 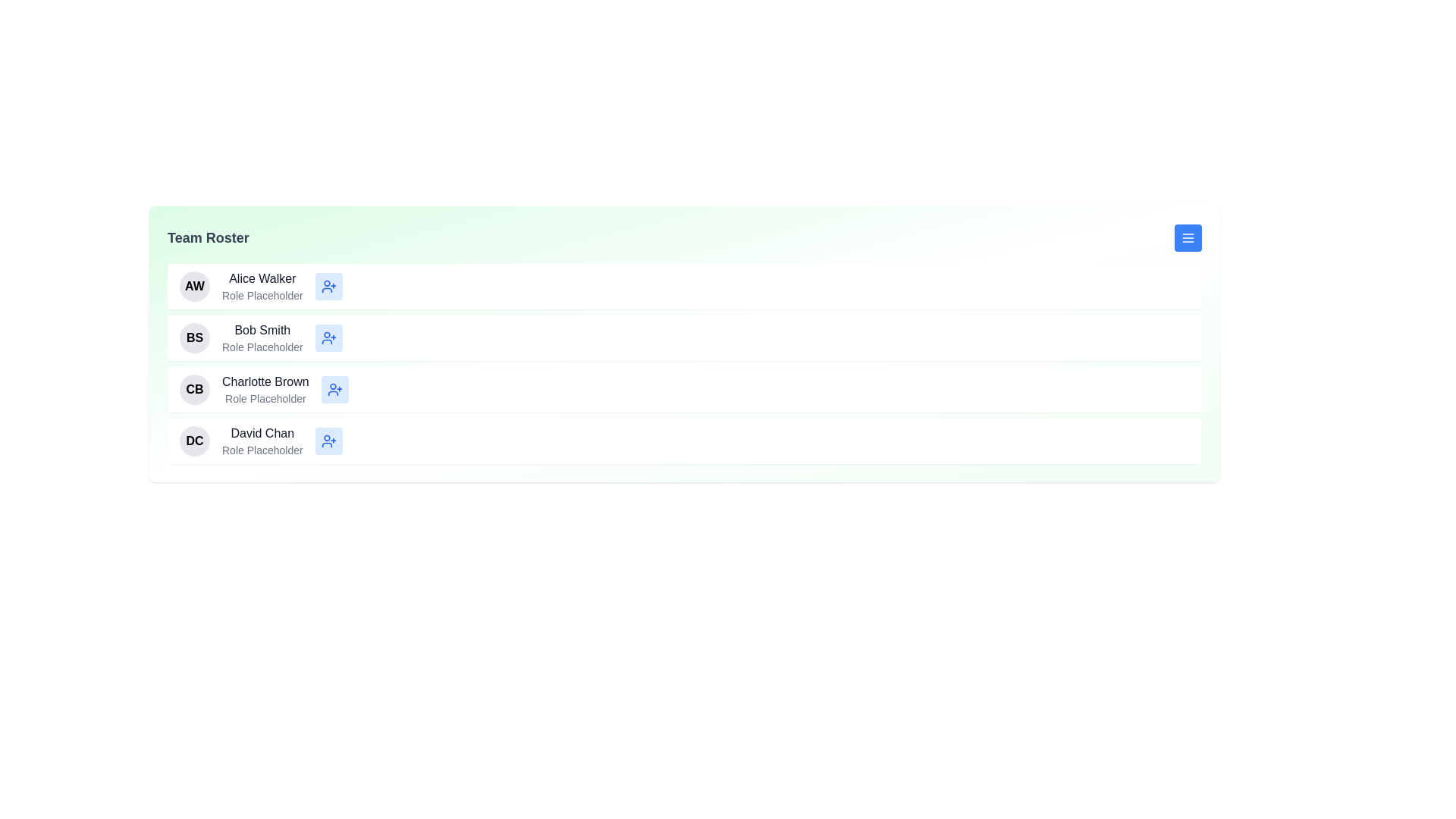 I want to click on the text label displaying 'David Chan' and 'Role Placeholder' in the fourth entry of the 'Team Roster' list, so click(x=262, y=441).